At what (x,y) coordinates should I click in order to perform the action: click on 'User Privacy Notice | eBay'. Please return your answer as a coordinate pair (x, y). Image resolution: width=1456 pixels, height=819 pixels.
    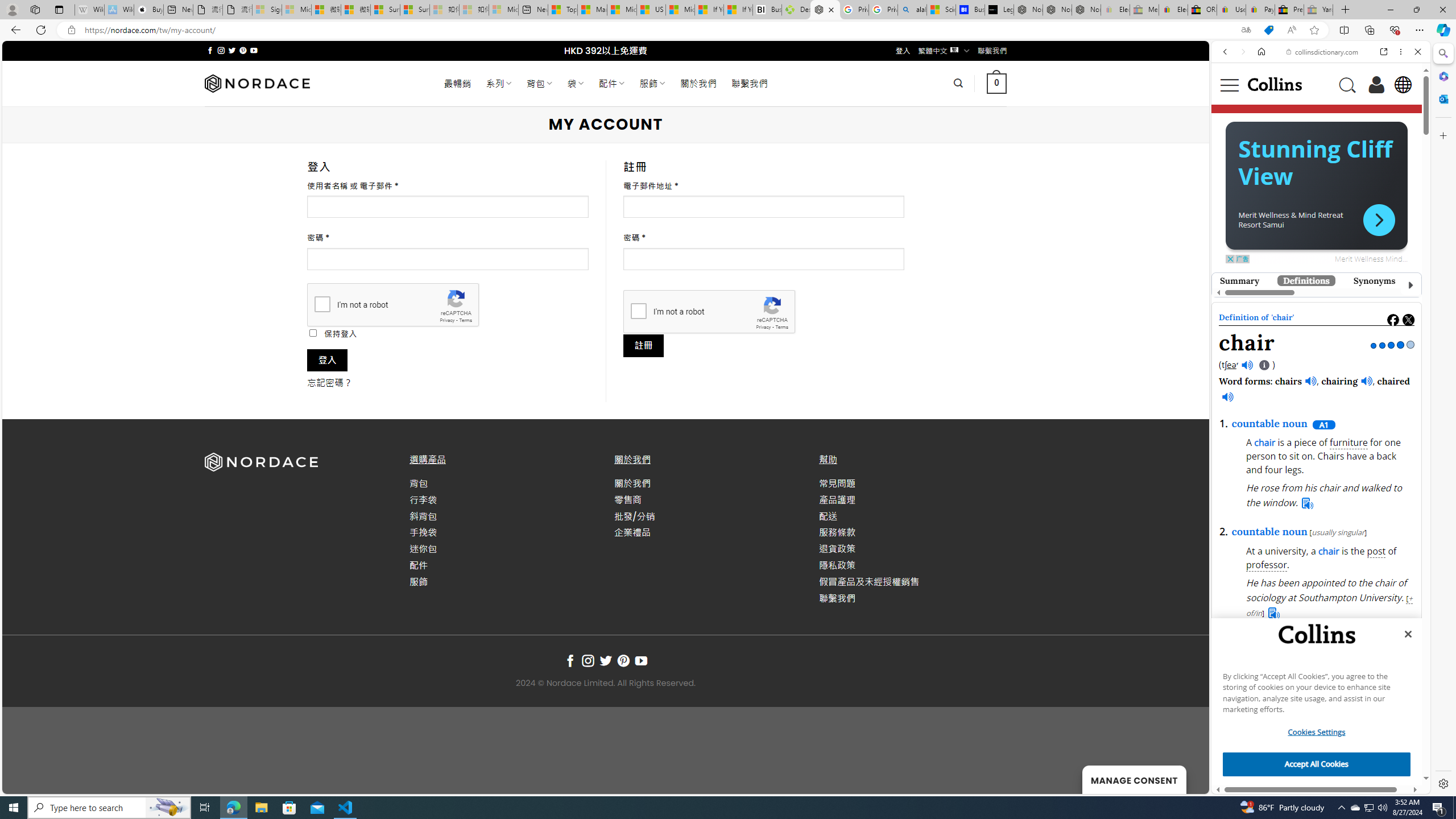
    Looking at the image, I should click on (1231, 9).